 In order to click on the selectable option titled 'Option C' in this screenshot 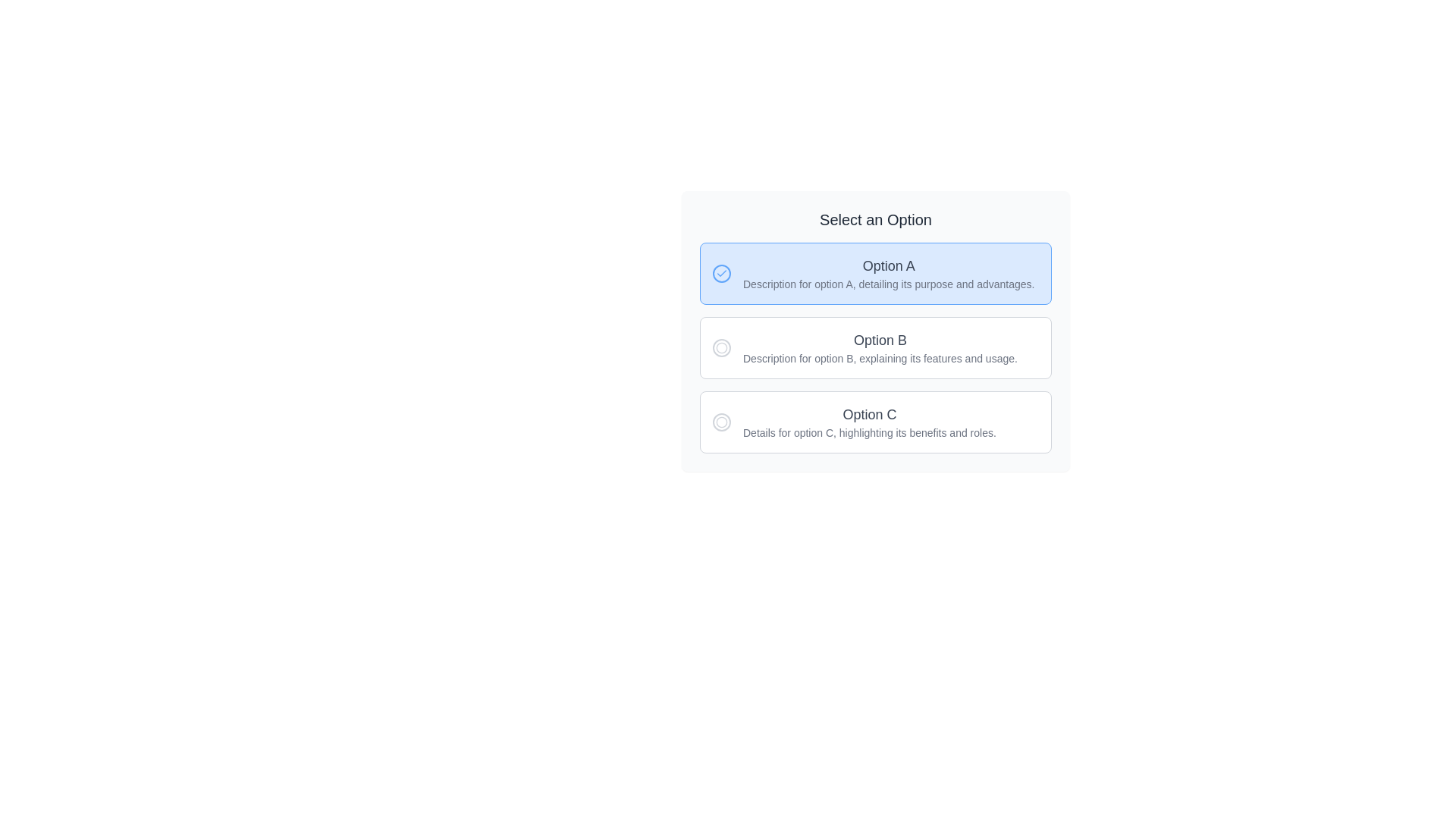, I will do `click(870, 422)`.